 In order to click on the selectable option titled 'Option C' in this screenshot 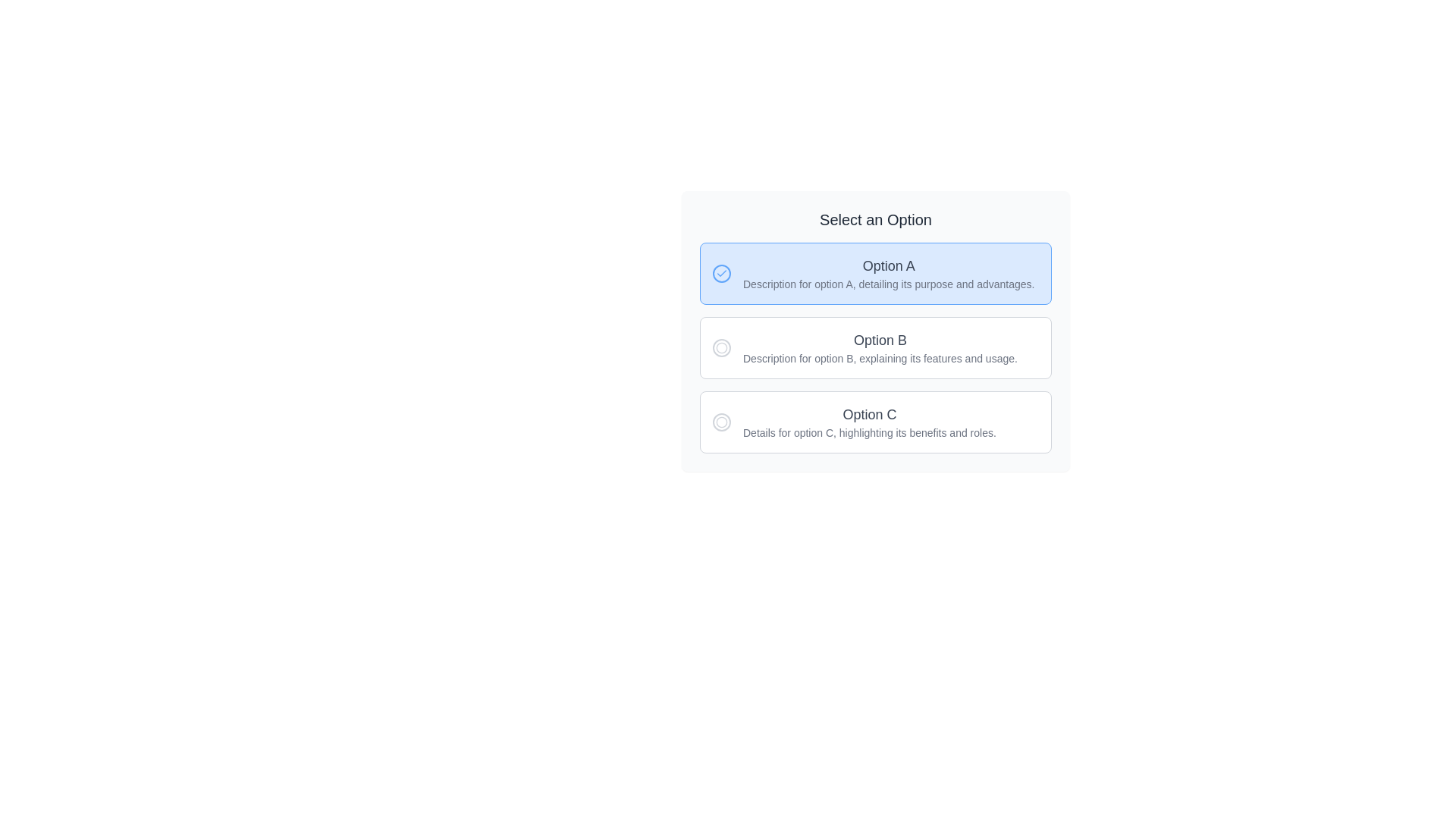, I will do `click(870, 422)`.